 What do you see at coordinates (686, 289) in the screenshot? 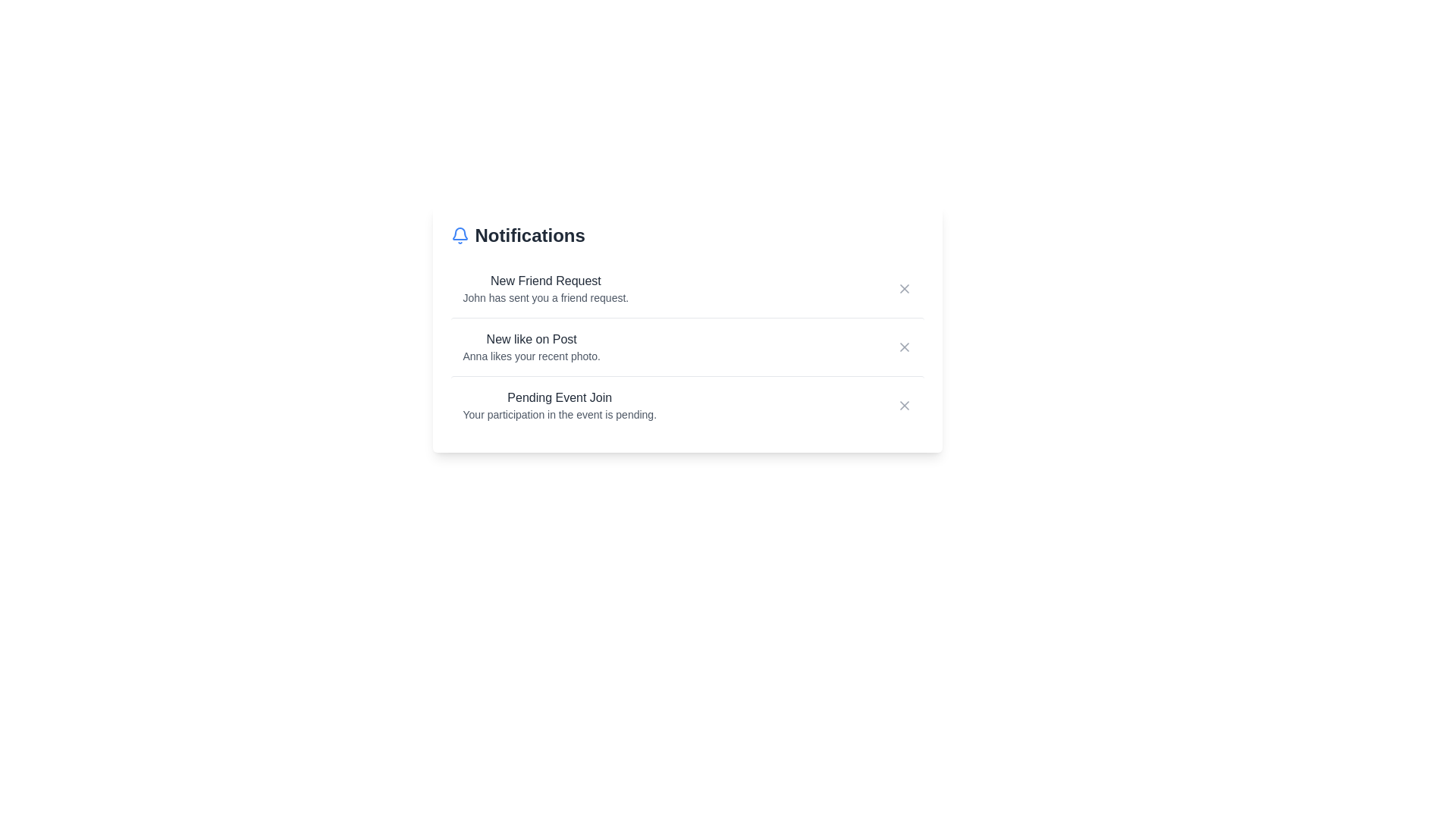
I see `the notification container for New Friend Request` at bounding box center [686, 289].